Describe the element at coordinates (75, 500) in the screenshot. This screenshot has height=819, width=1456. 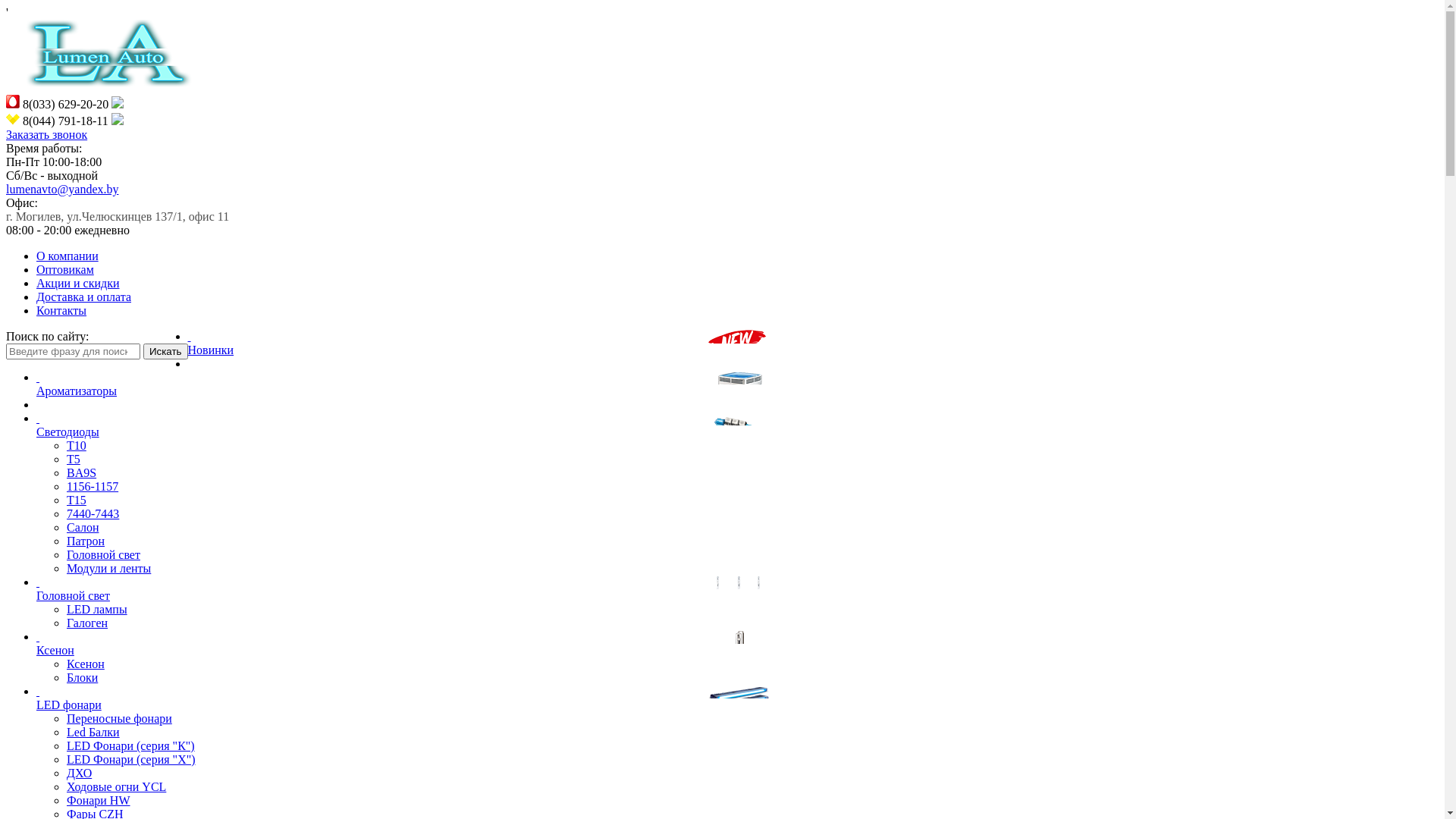
I see `'T15'` at that location.